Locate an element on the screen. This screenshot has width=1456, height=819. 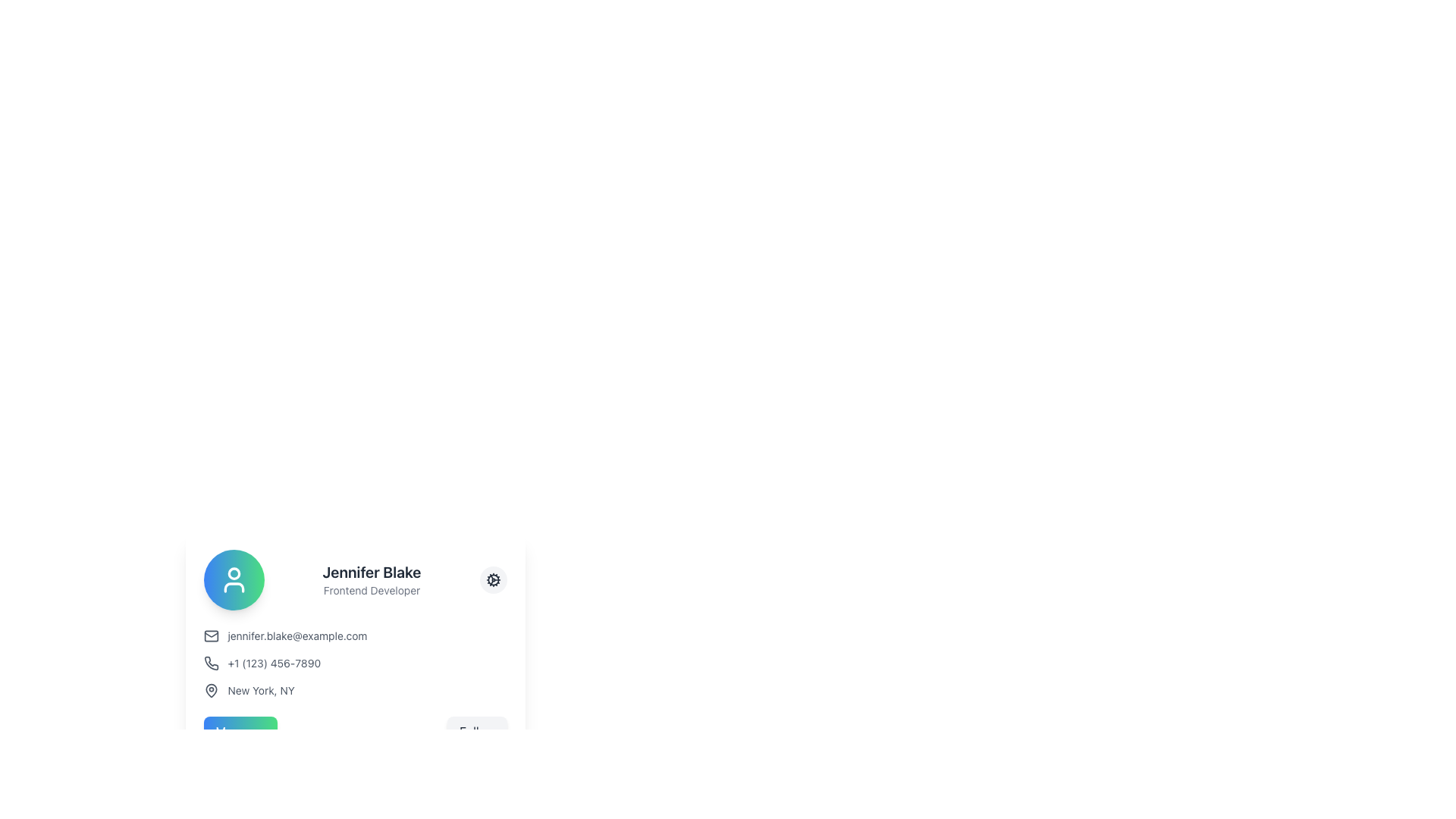
the SVG Circle element that represents the head in the profile icon design located at the top left corner of the user information card is located at coordinates (233, 573).